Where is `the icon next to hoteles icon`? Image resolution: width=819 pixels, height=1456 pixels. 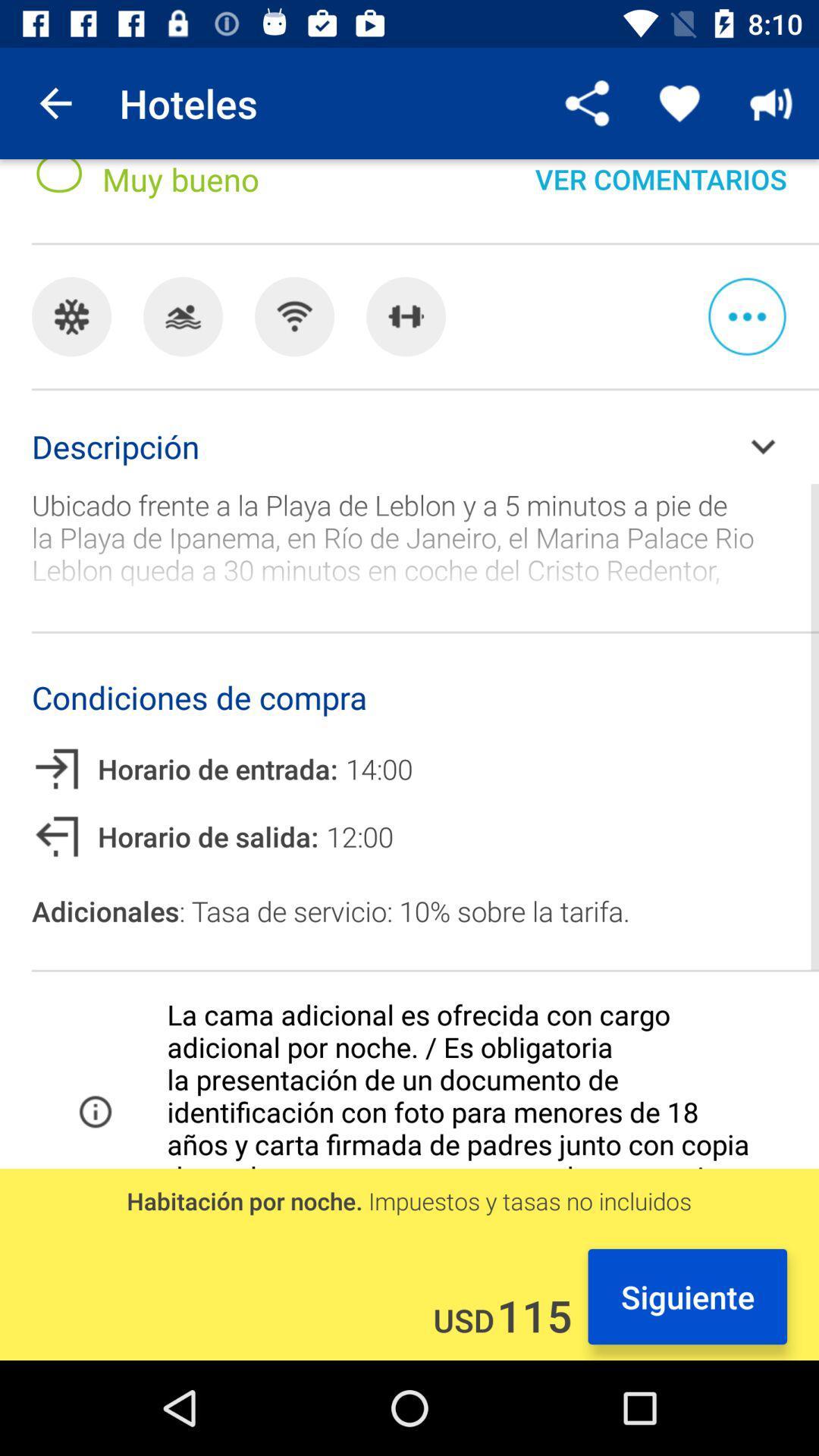 the icon next to hoteles icon is located at coordinates (55, 102).